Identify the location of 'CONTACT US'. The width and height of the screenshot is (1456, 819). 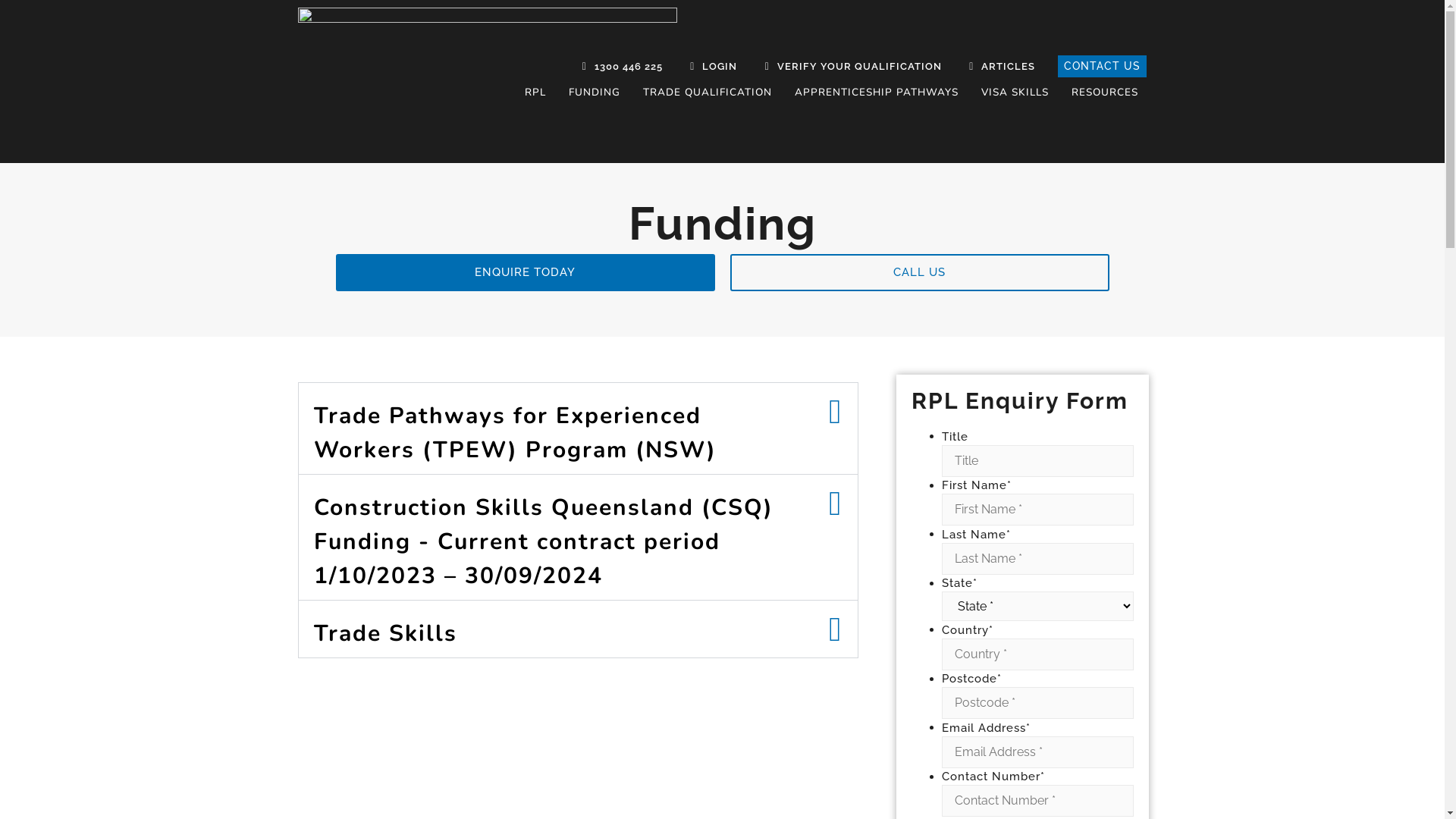
(1102, 66).